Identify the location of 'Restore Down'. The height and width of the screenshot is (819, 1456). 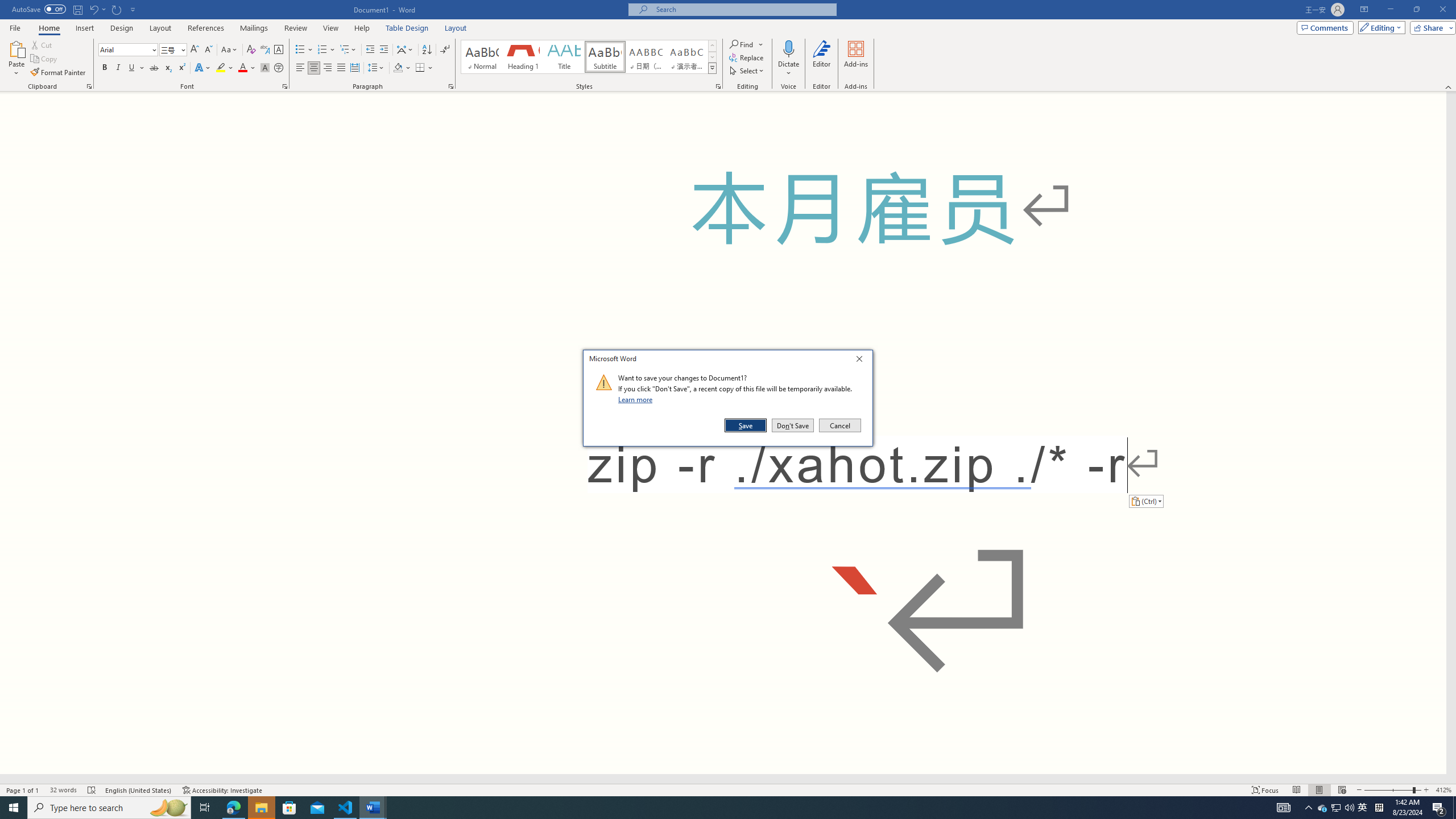
(1416, 9).